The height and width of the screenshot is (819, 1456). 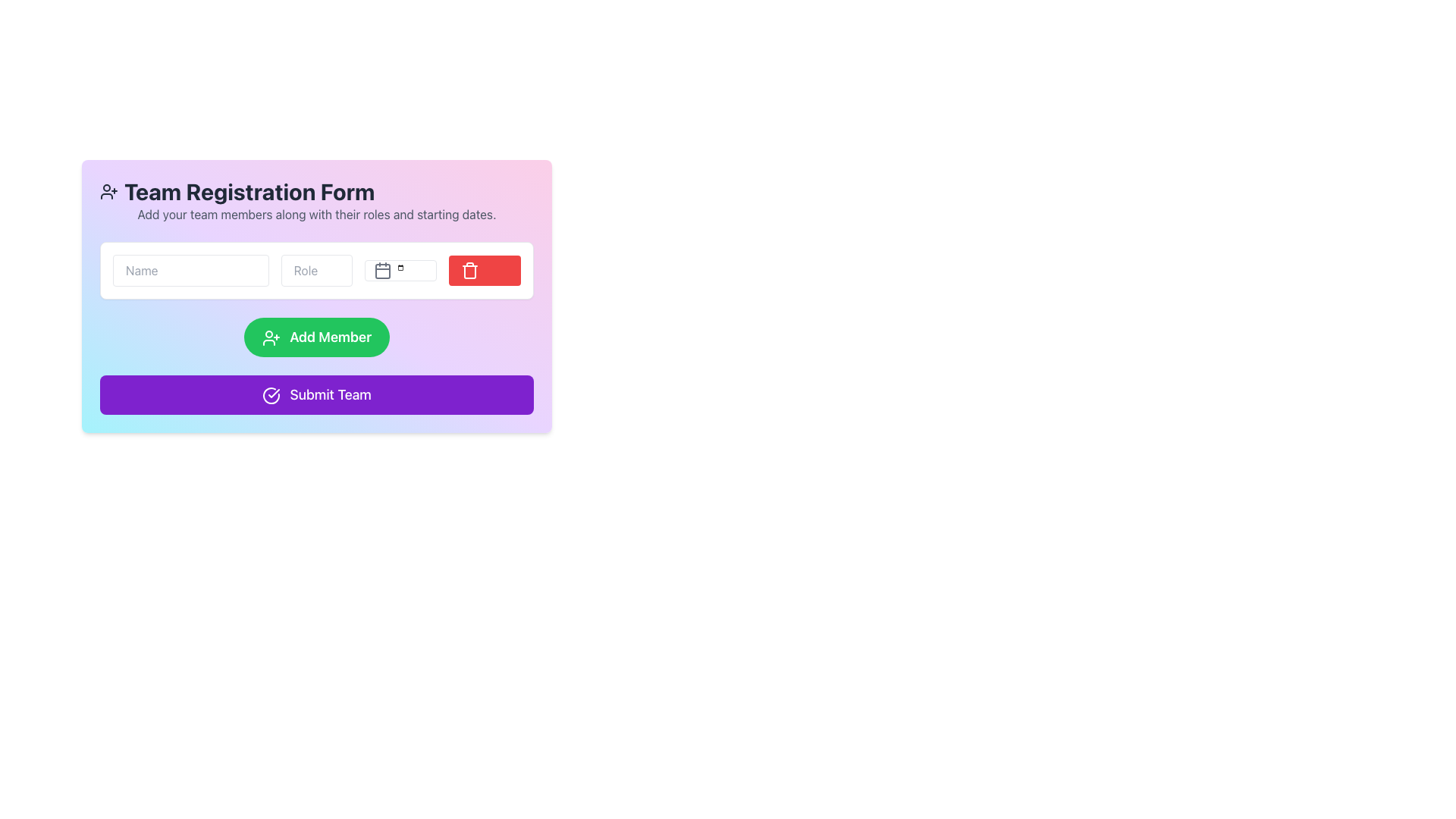 I want to click on the Delete icon, which is a red button with a white trash bin design located on the right side of a form element, so click(x=469, y=270).